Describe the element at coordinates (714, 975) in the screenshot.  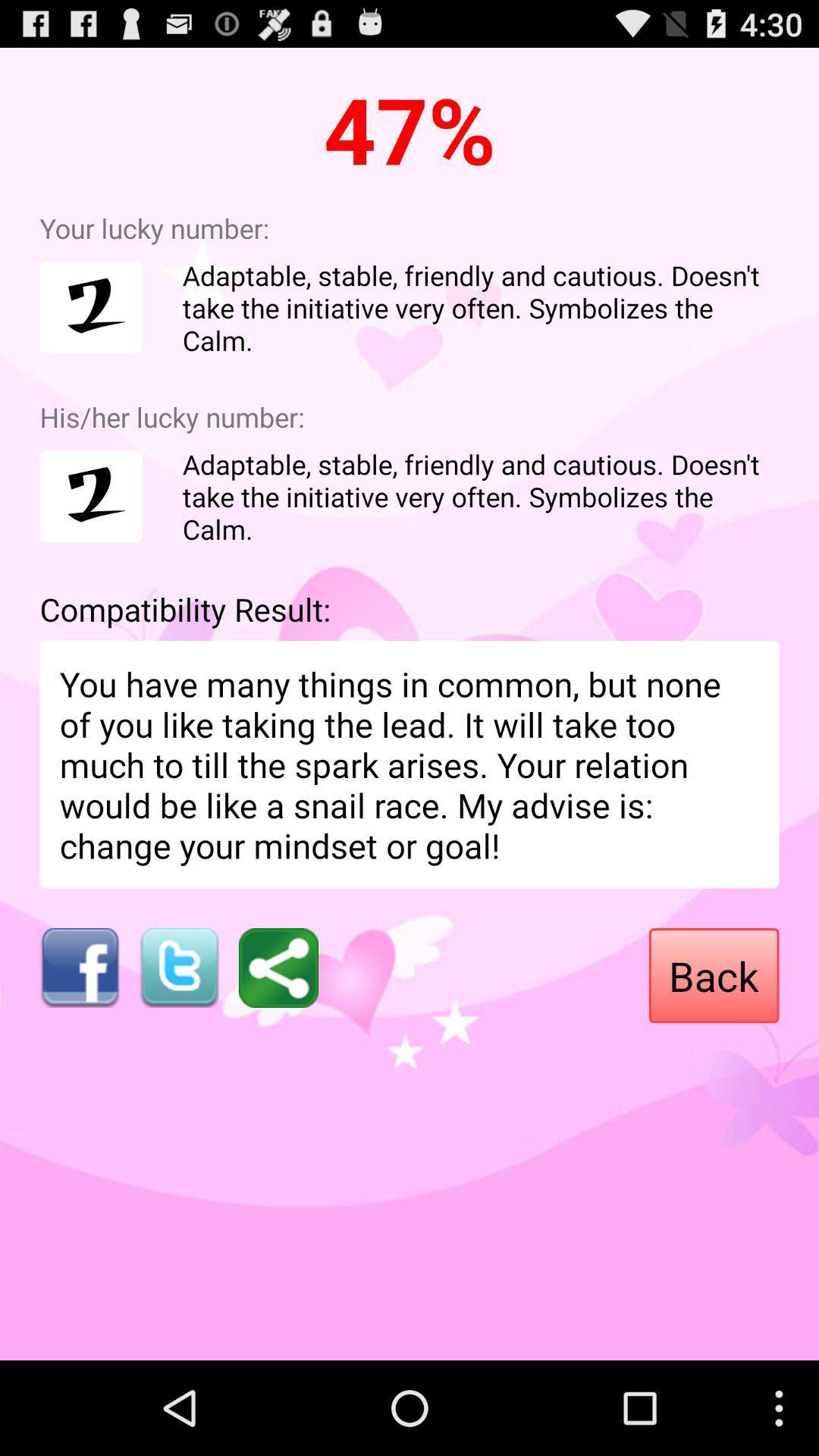
I see `the back item` at that location.